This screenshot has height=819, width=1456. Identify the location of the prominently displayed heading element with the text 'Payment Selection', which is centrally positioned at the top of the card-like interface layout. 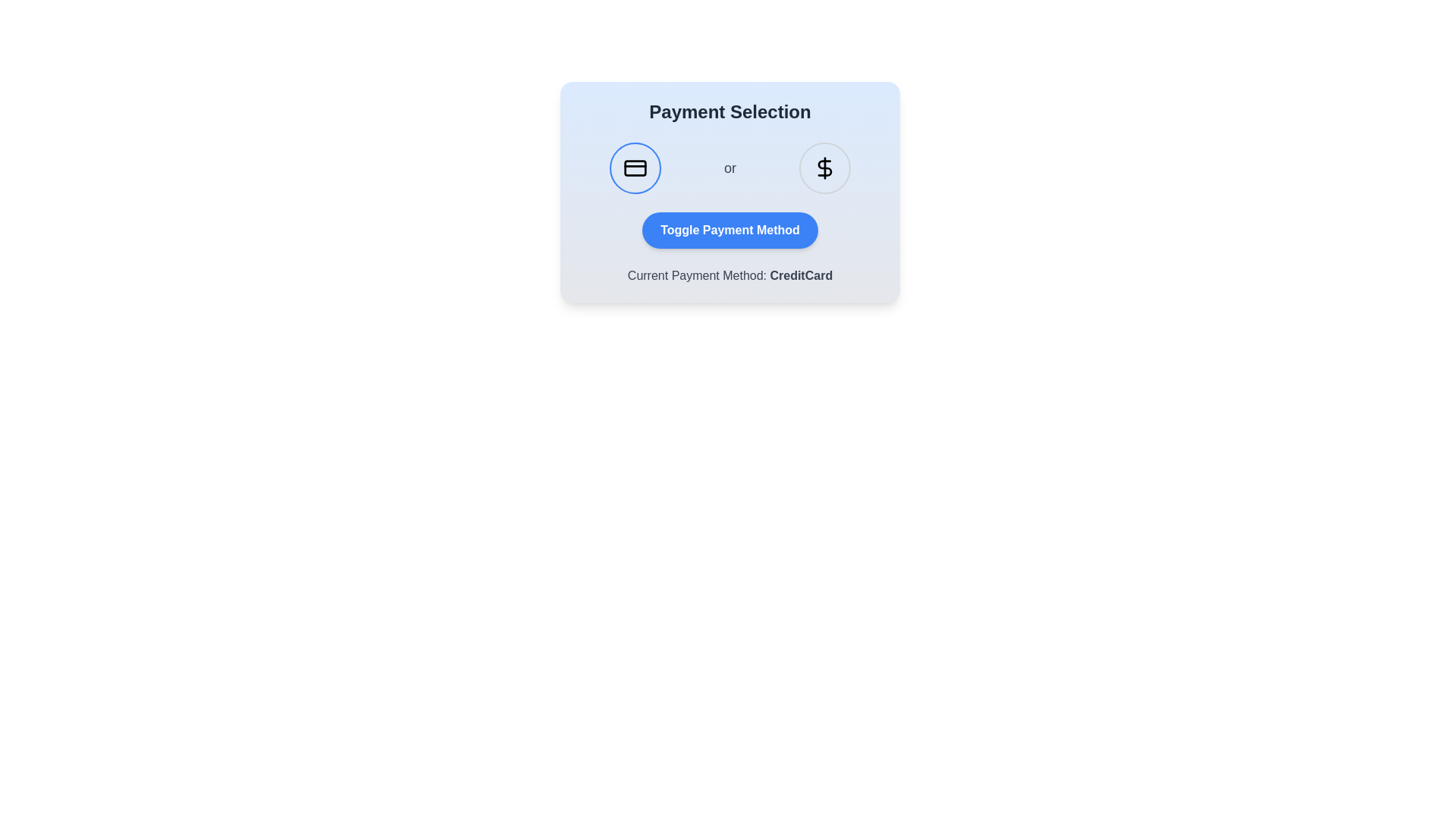
(730, 111).